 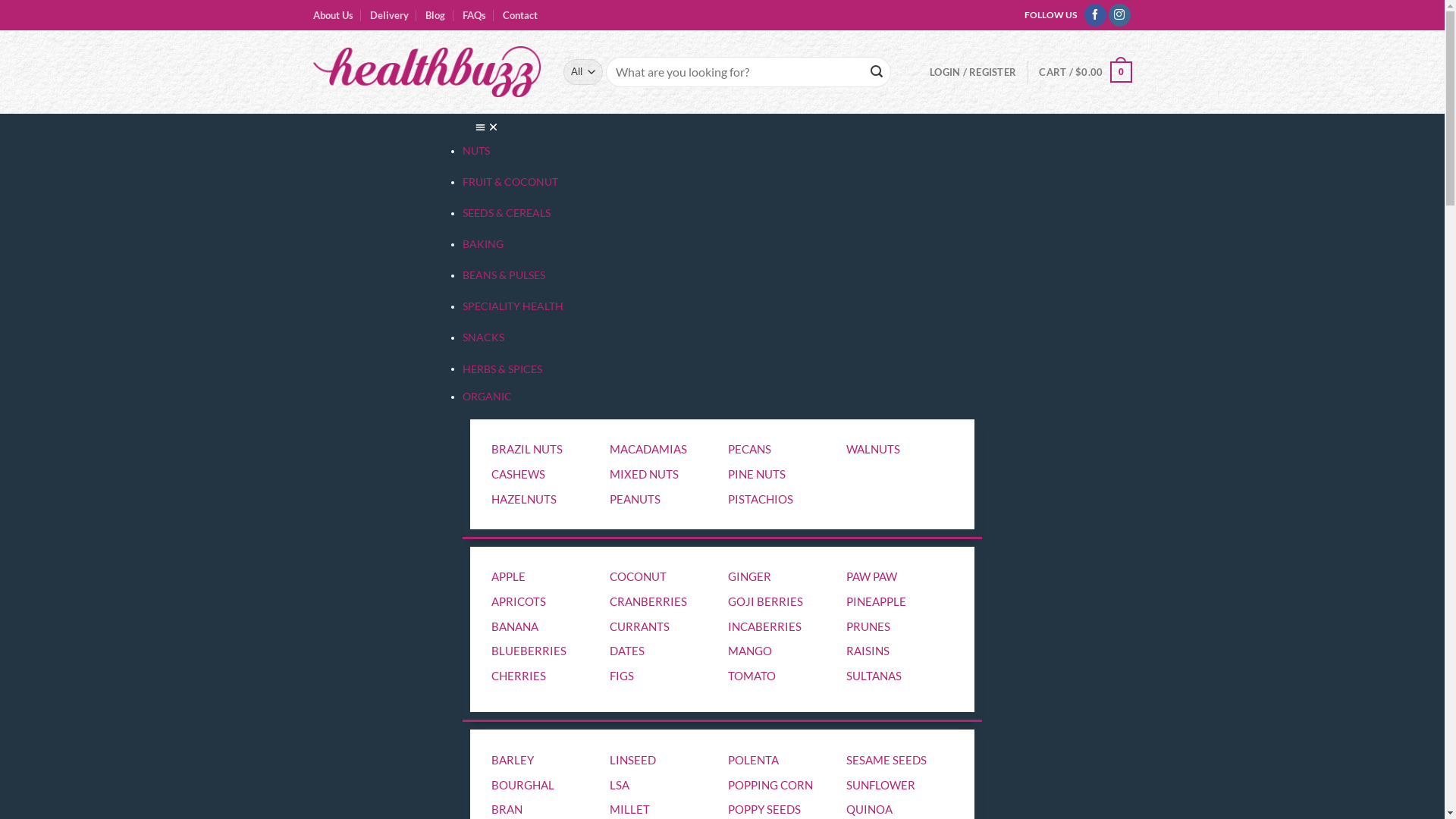 I want to click on 'BLUEBERRIES', so click(x=529, y=649).